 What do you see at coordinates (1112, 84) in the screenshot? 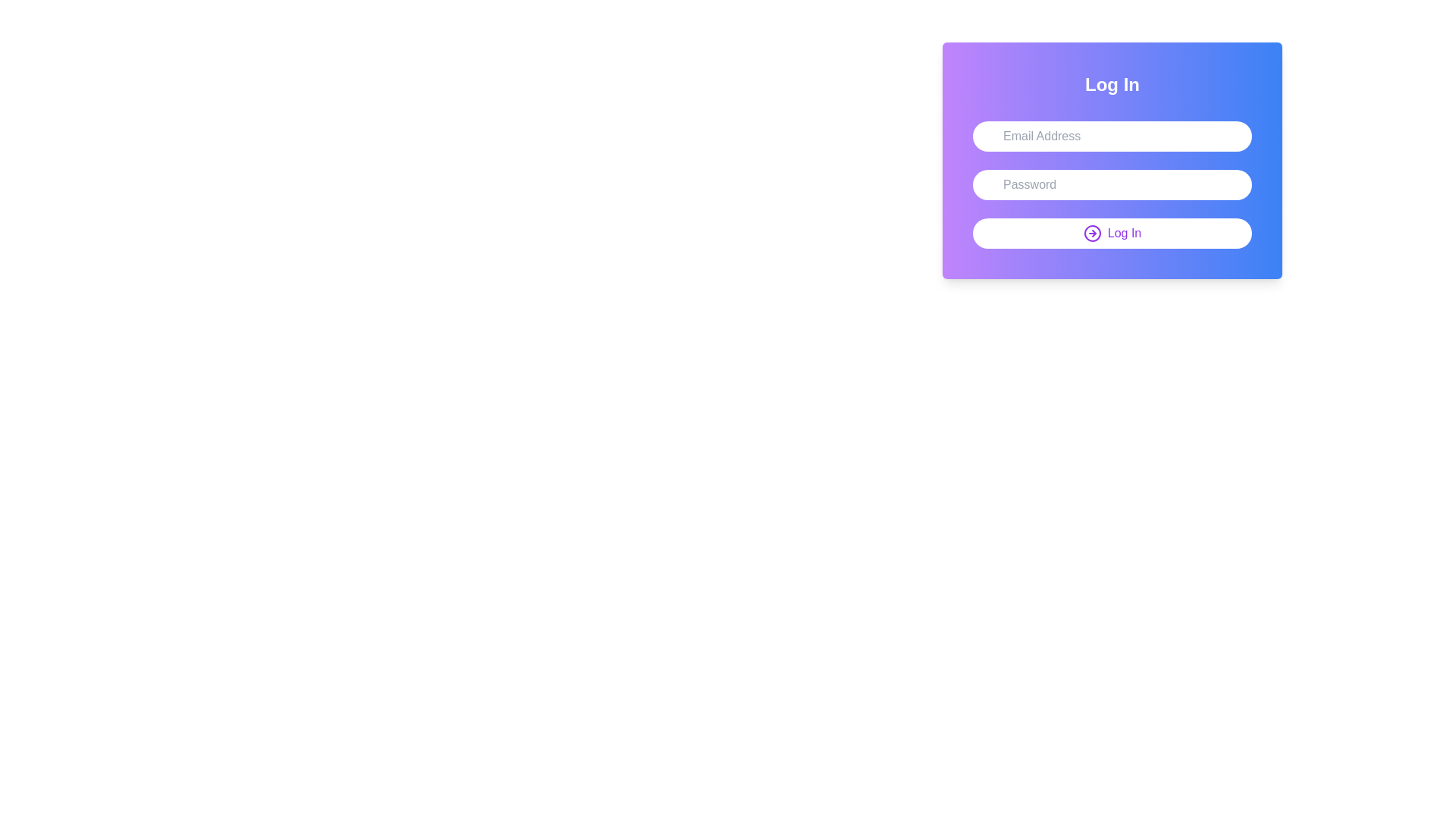
I see `the bold-text header element that reads 'Log In', which is styled with a white font and centered on a purple-to-blue gradient background` at bounding box center [1112, 84].